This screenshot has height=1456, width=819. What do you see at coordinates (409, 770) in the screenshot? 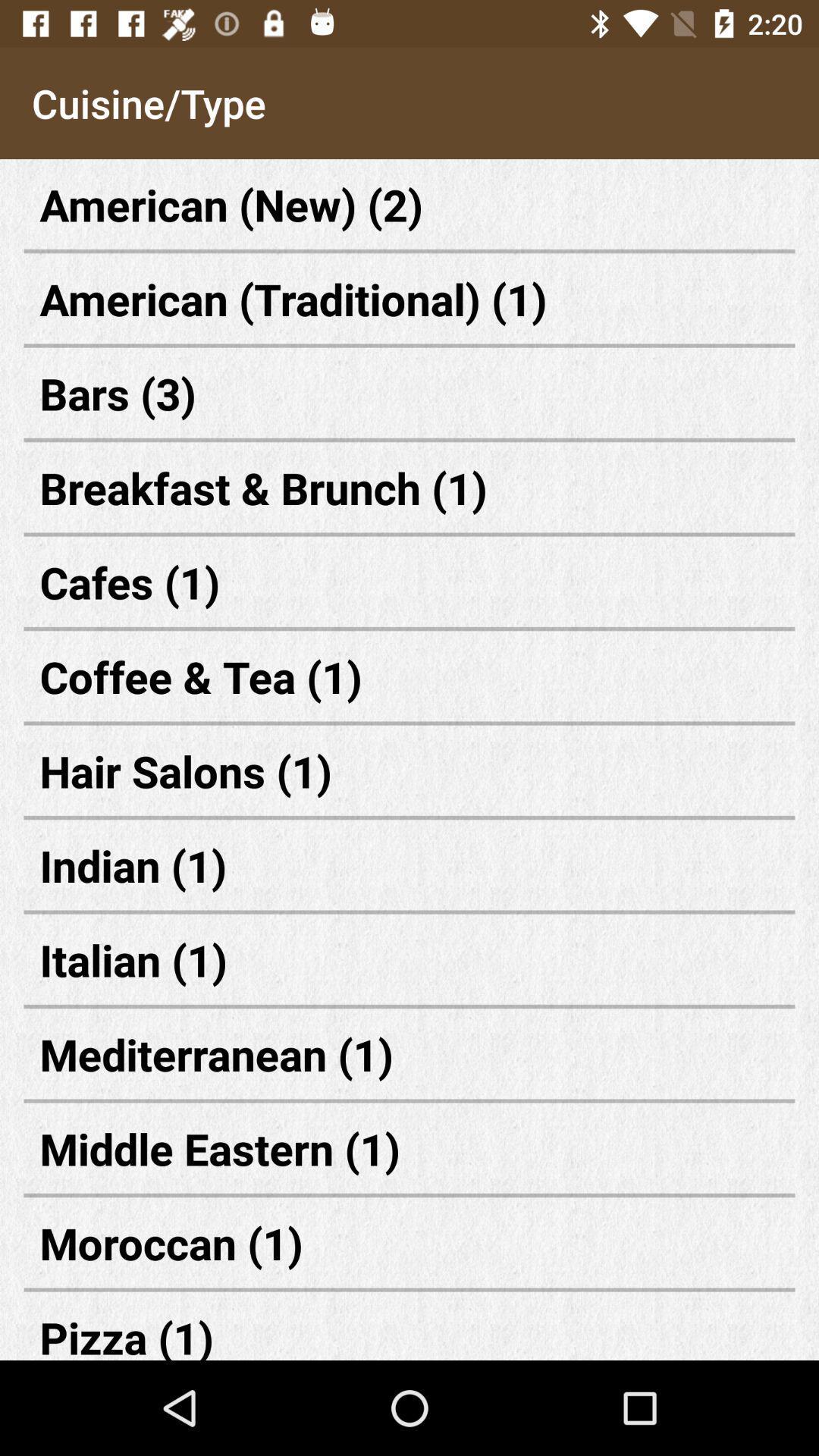
I see `the hair salons (1)` at bounding box center [409, 770].